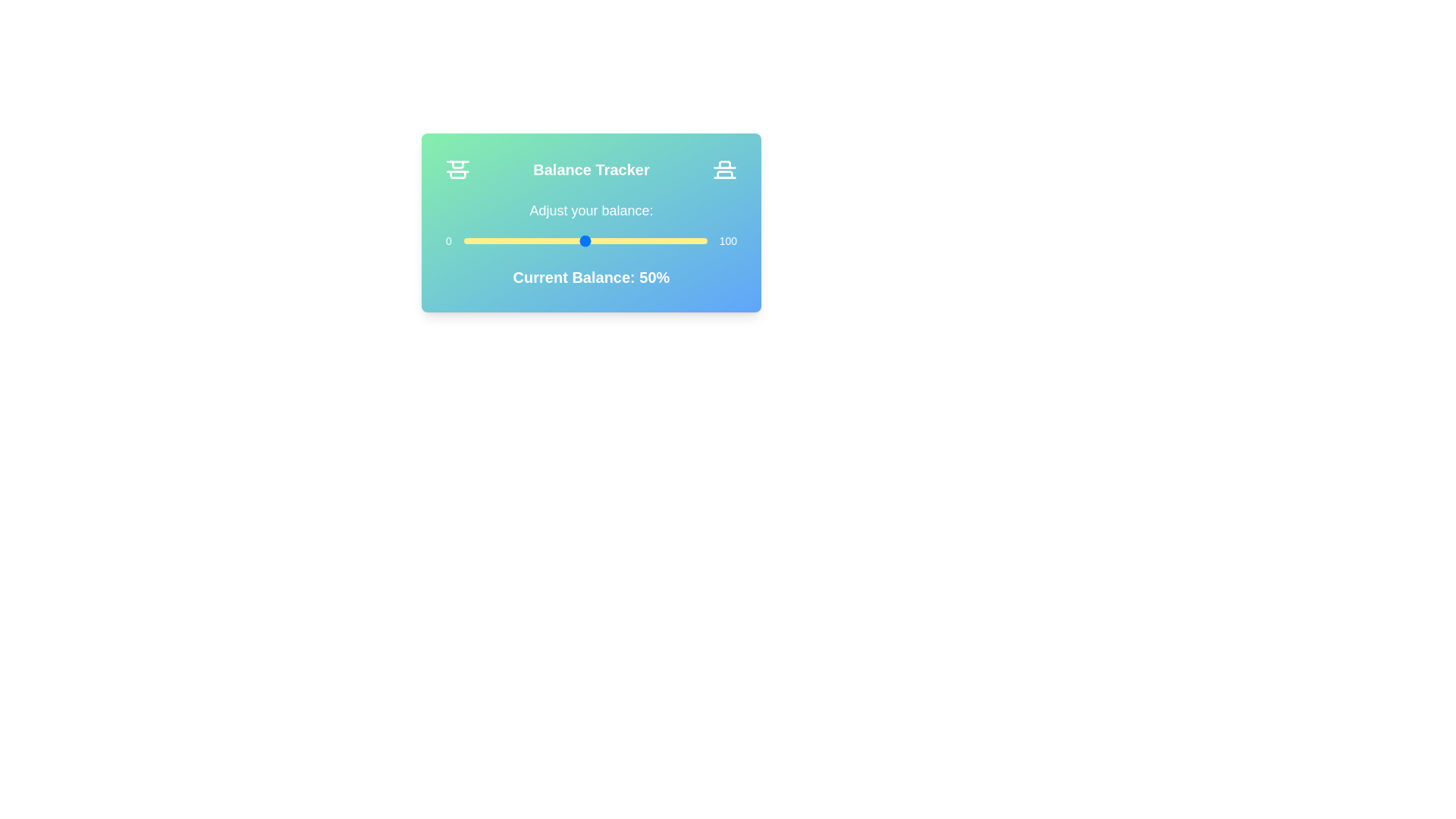 The height and width of the screenshot is (819, 1456). What do you see at coordinates (457, 169) in the screenshot?
I see `the left icon in the BalanceTracker component` at bounding box center [457, 169].